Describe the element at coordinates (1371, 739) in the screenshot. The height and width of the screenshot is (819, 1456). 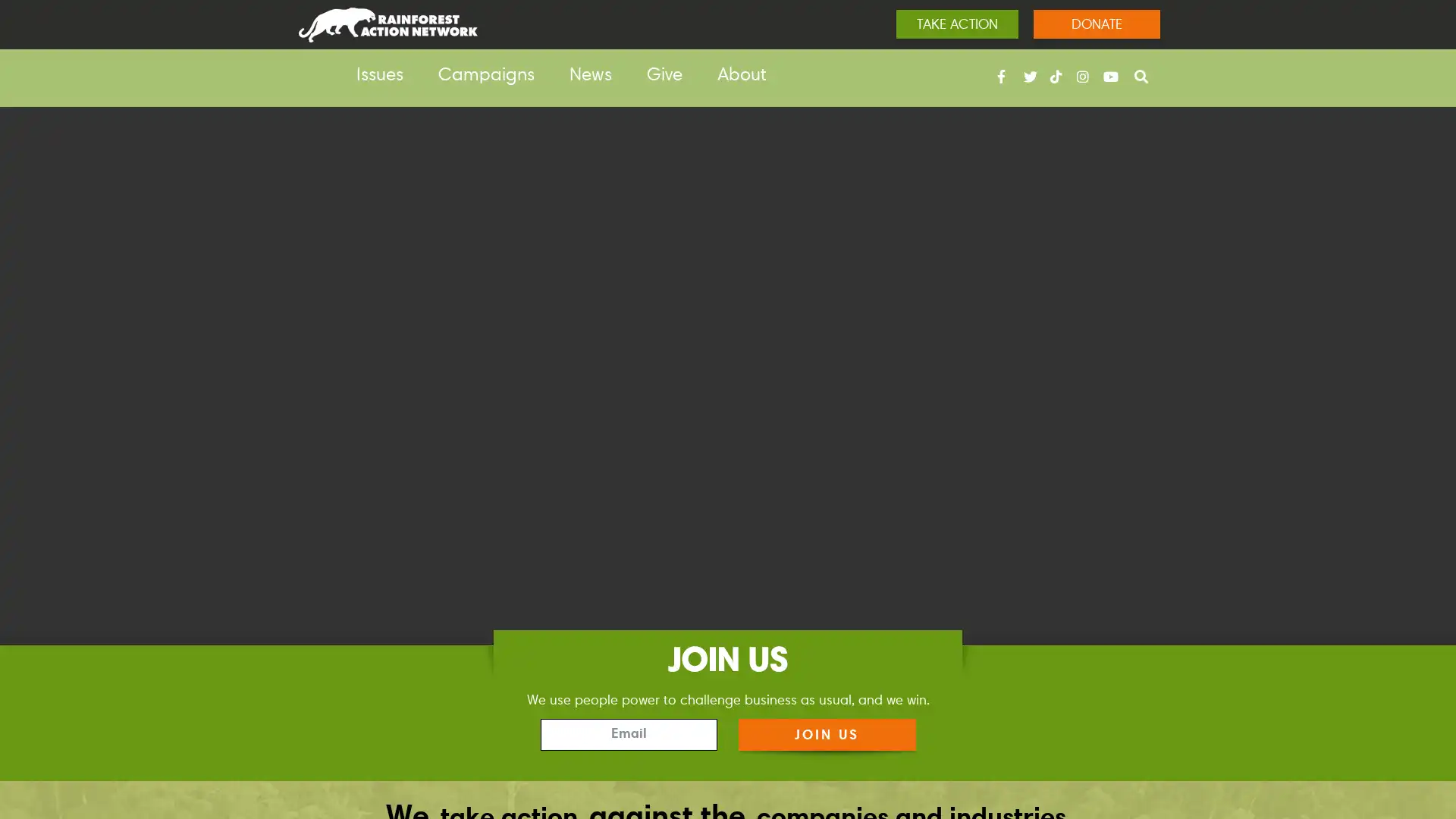
I see `enter full screen` at that location.